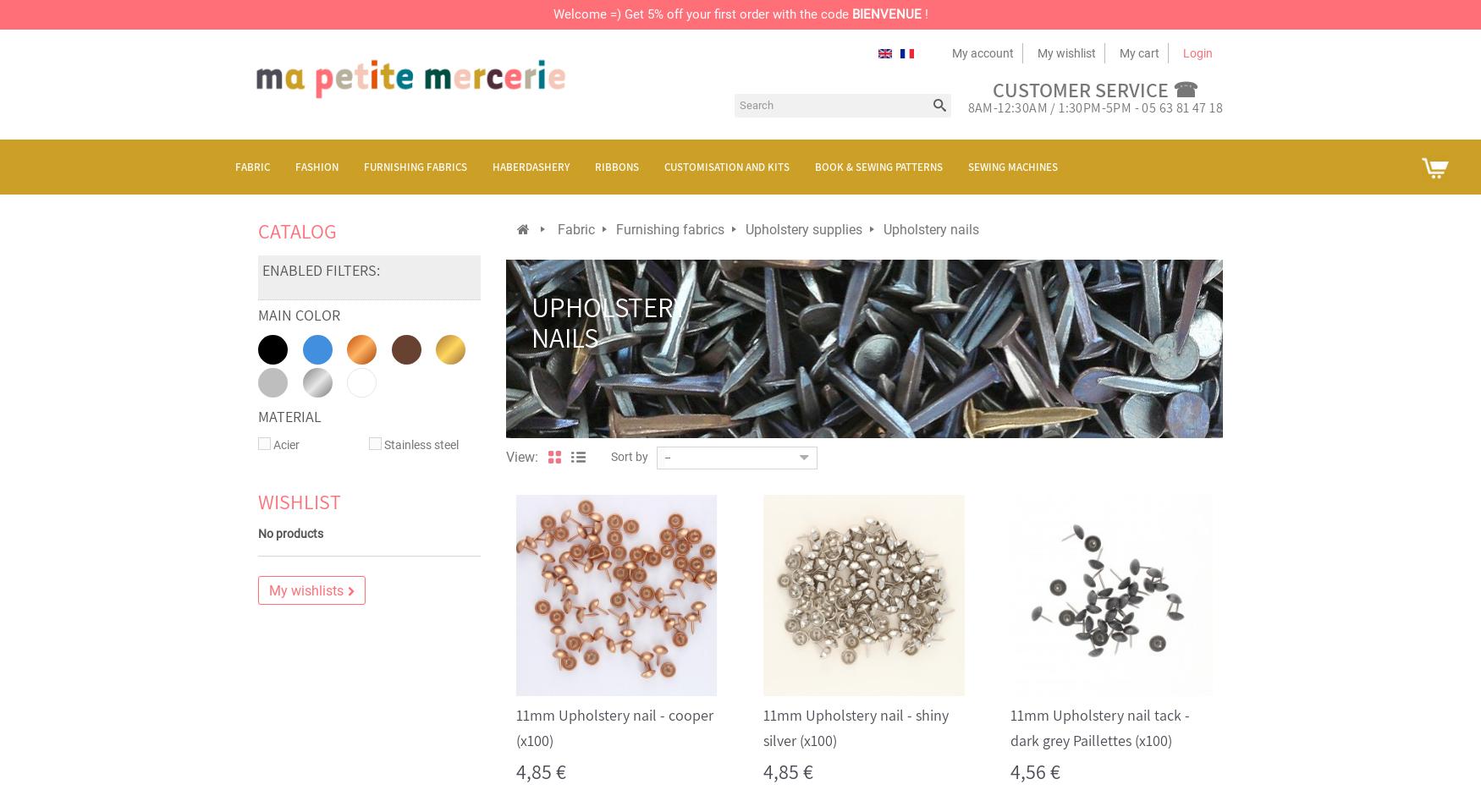  What do you see at coordinates (289, 415) in the screenshot?
I see `'Material'` at bounding box center [289, 415].